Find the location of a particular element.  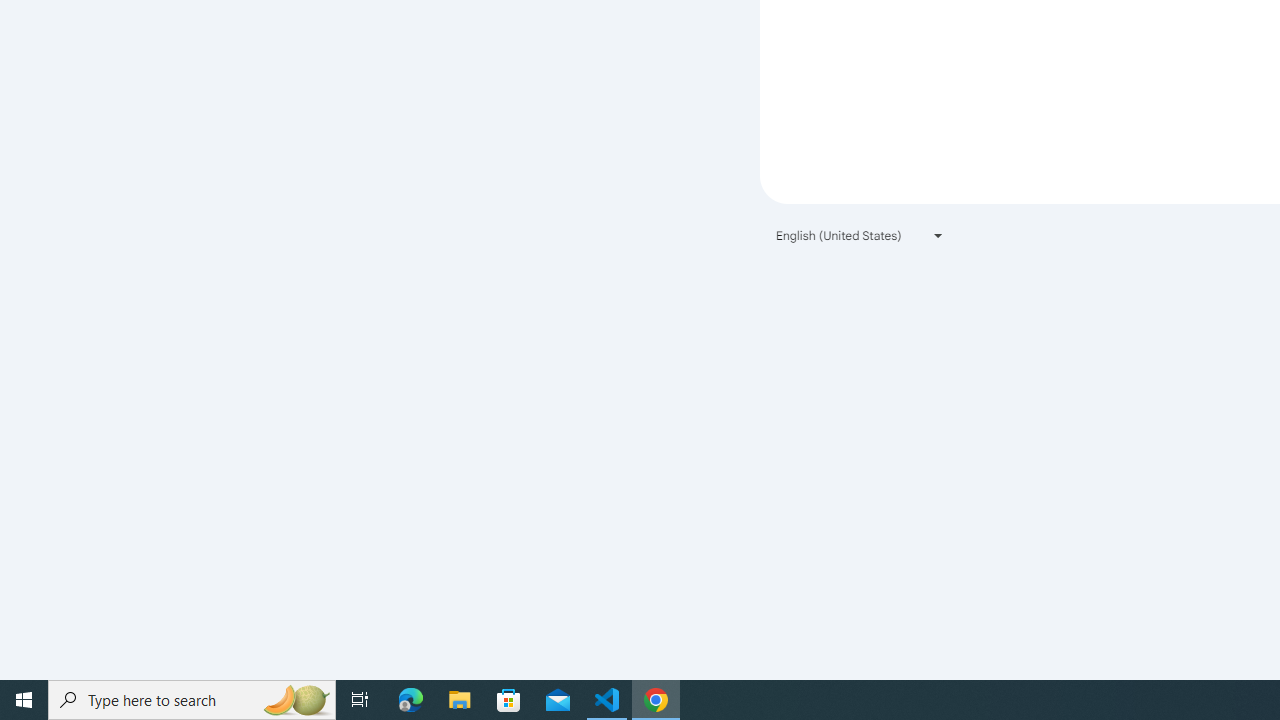

'English (United States)' is located at coordinates (860, 234).